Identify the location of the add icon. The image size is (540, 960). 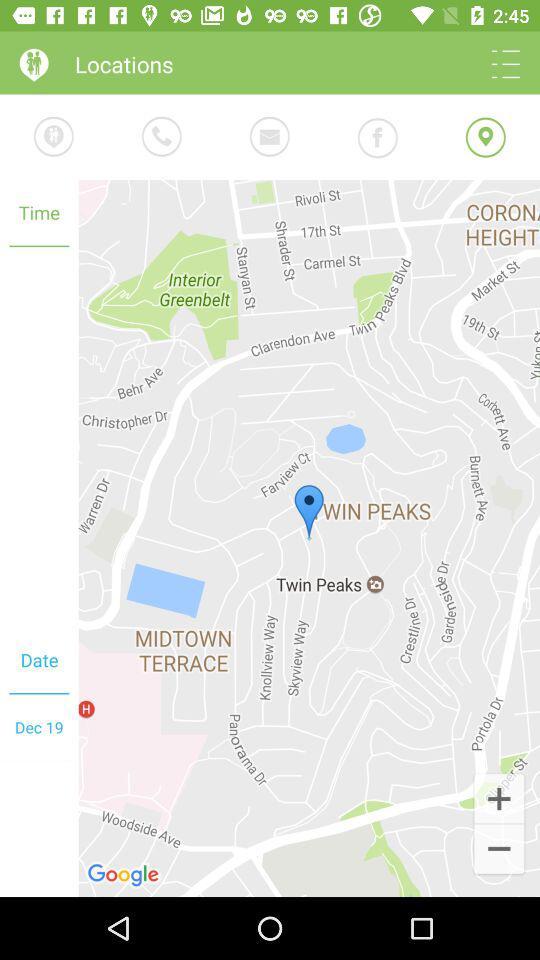
(498, 798).